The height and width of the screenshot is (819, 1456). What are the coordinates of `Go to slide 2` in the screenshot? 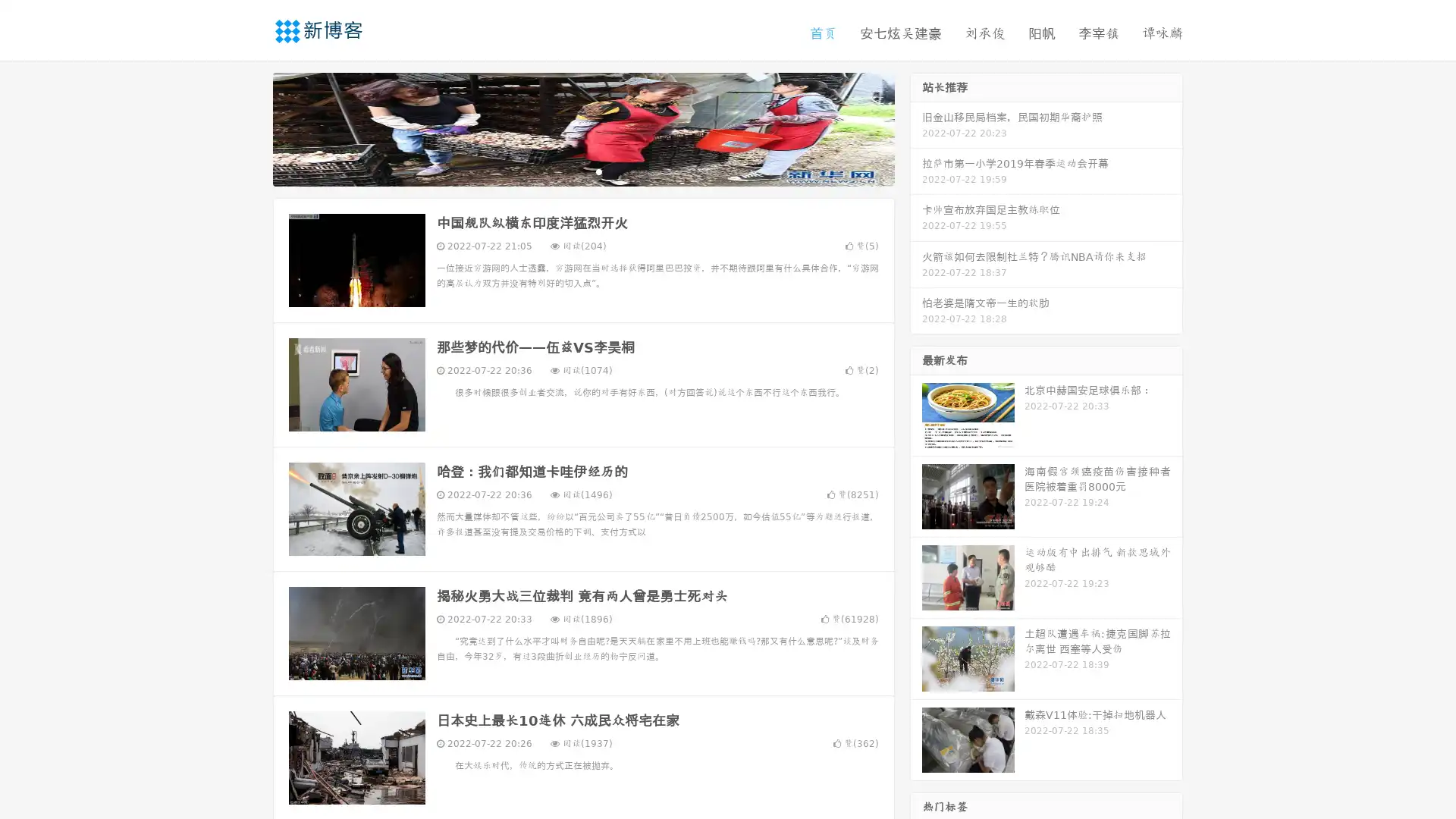 It's located at (582, 171).